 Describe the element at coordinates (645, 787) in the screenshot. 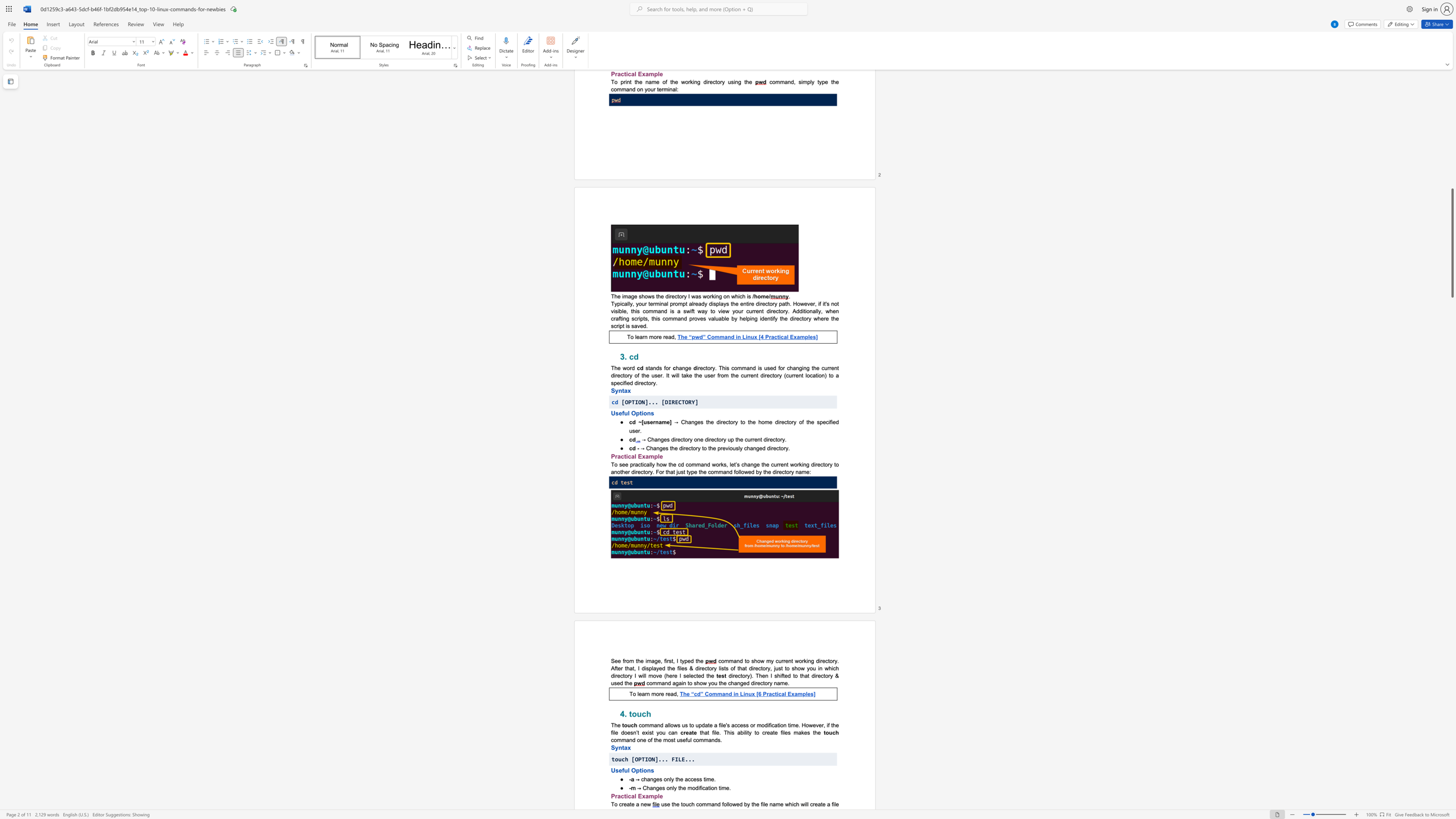

I see `the subset text "hanges only the" within the text "Changes only the modification time."` at that location.